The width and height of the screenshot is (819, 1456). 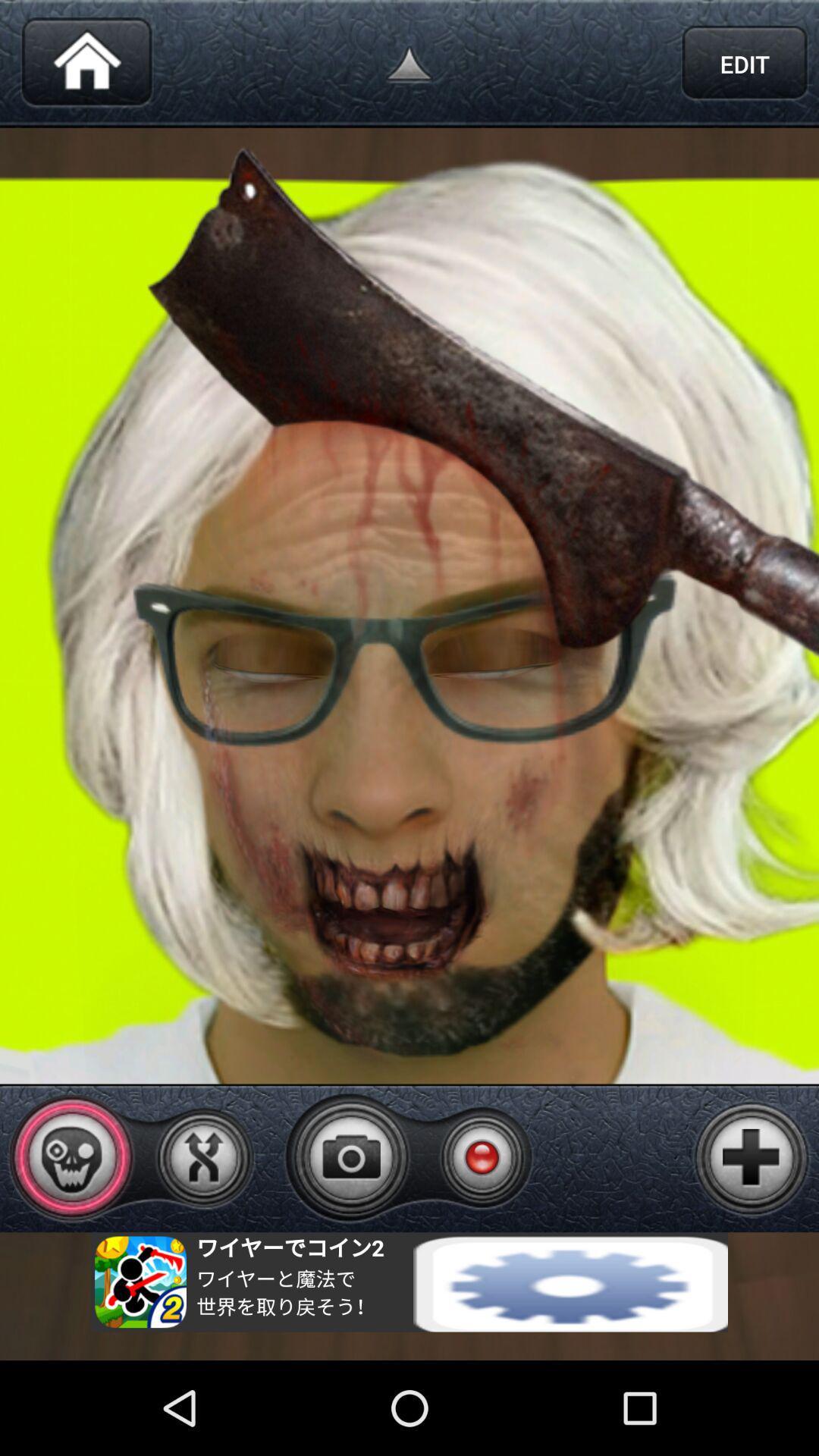 I want to click on record person, so click(x=482, y=1156).